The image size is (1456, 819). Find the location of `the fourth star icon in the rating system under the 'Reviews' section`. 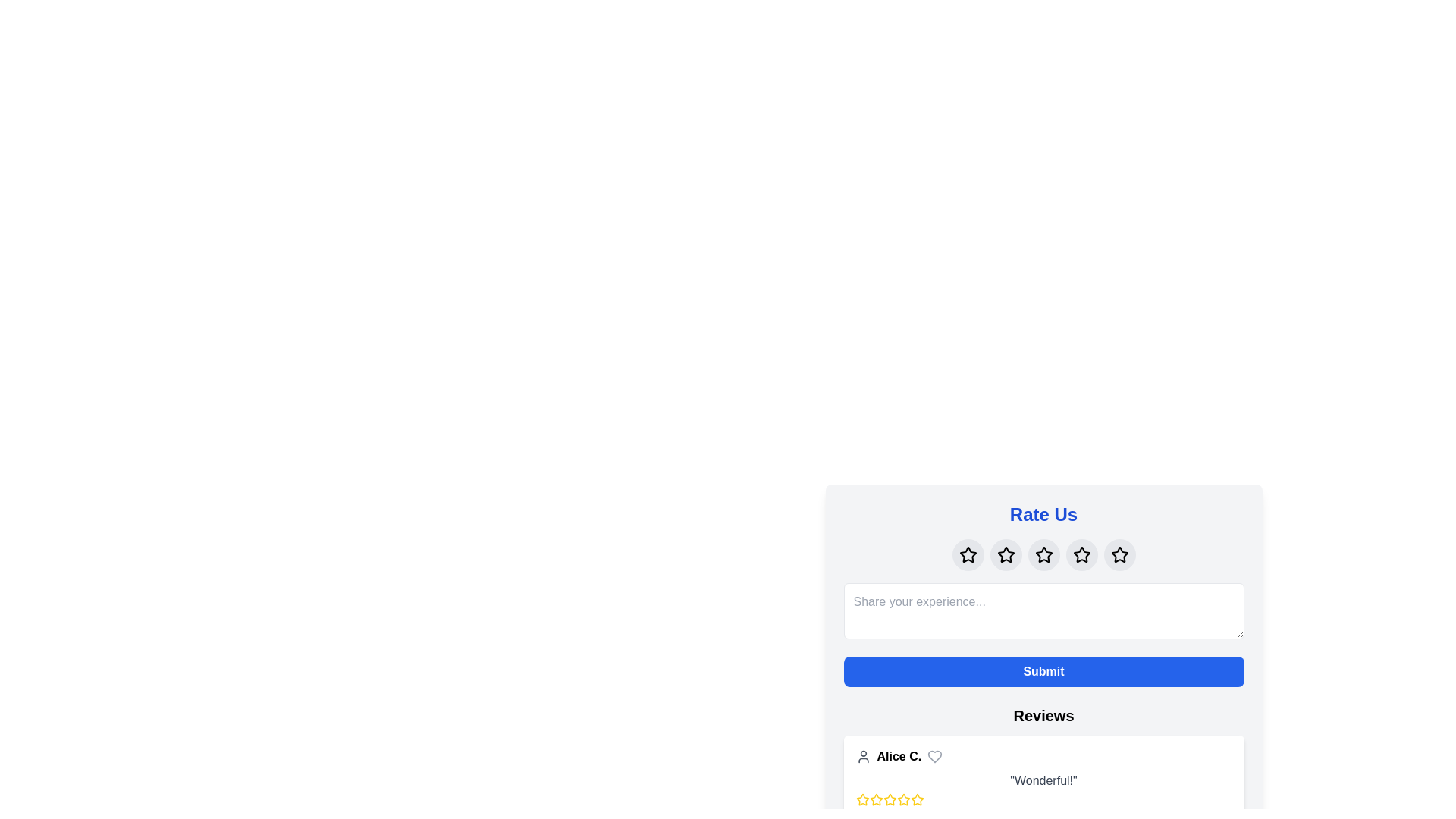

the fourth star icon in the rating system under the 'Reviews' section is located at coordinates (916, 799).